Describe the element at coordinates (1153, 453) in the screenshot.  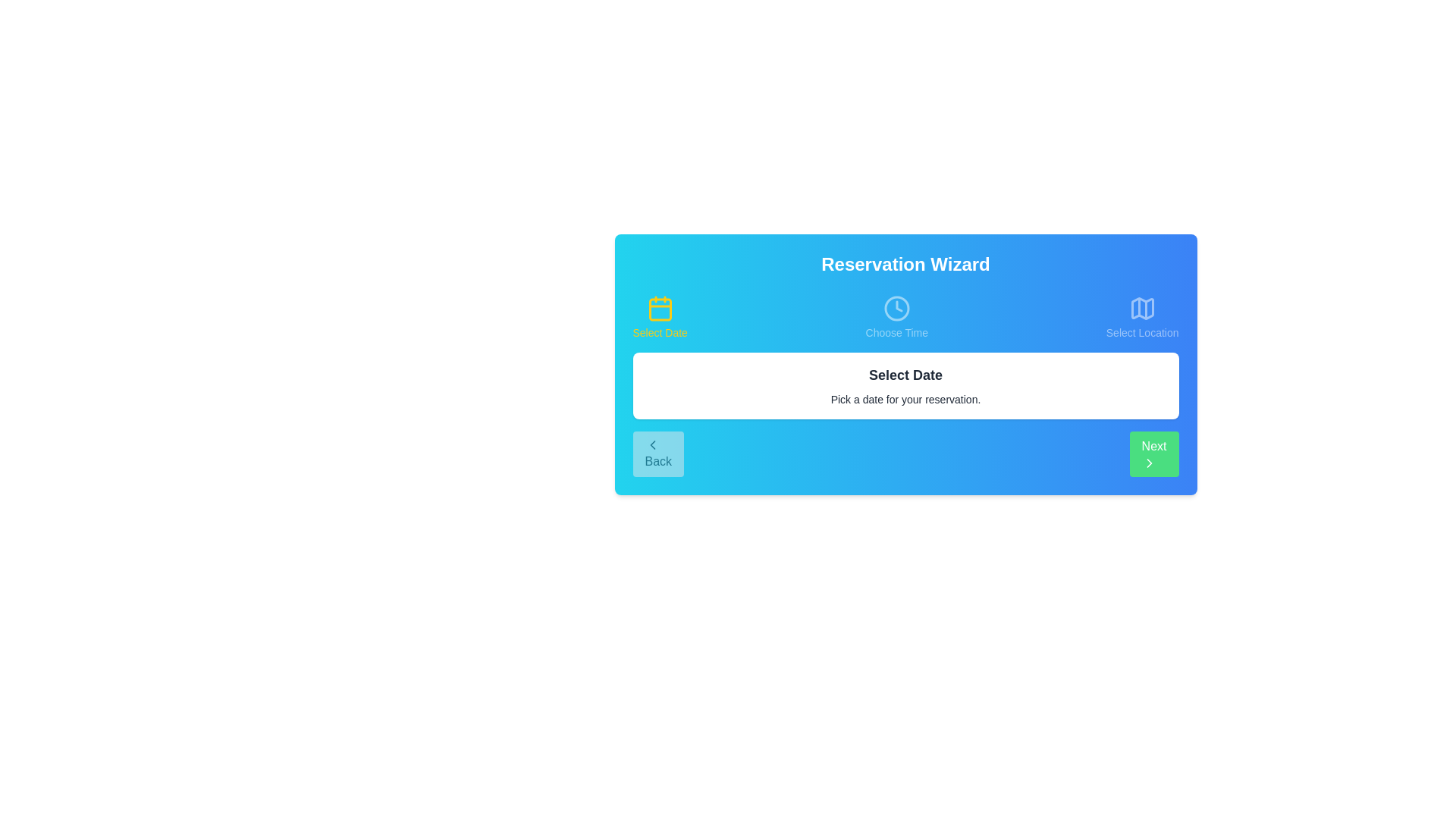
I see `the 'Next' button to navigate to the next step` at that location.